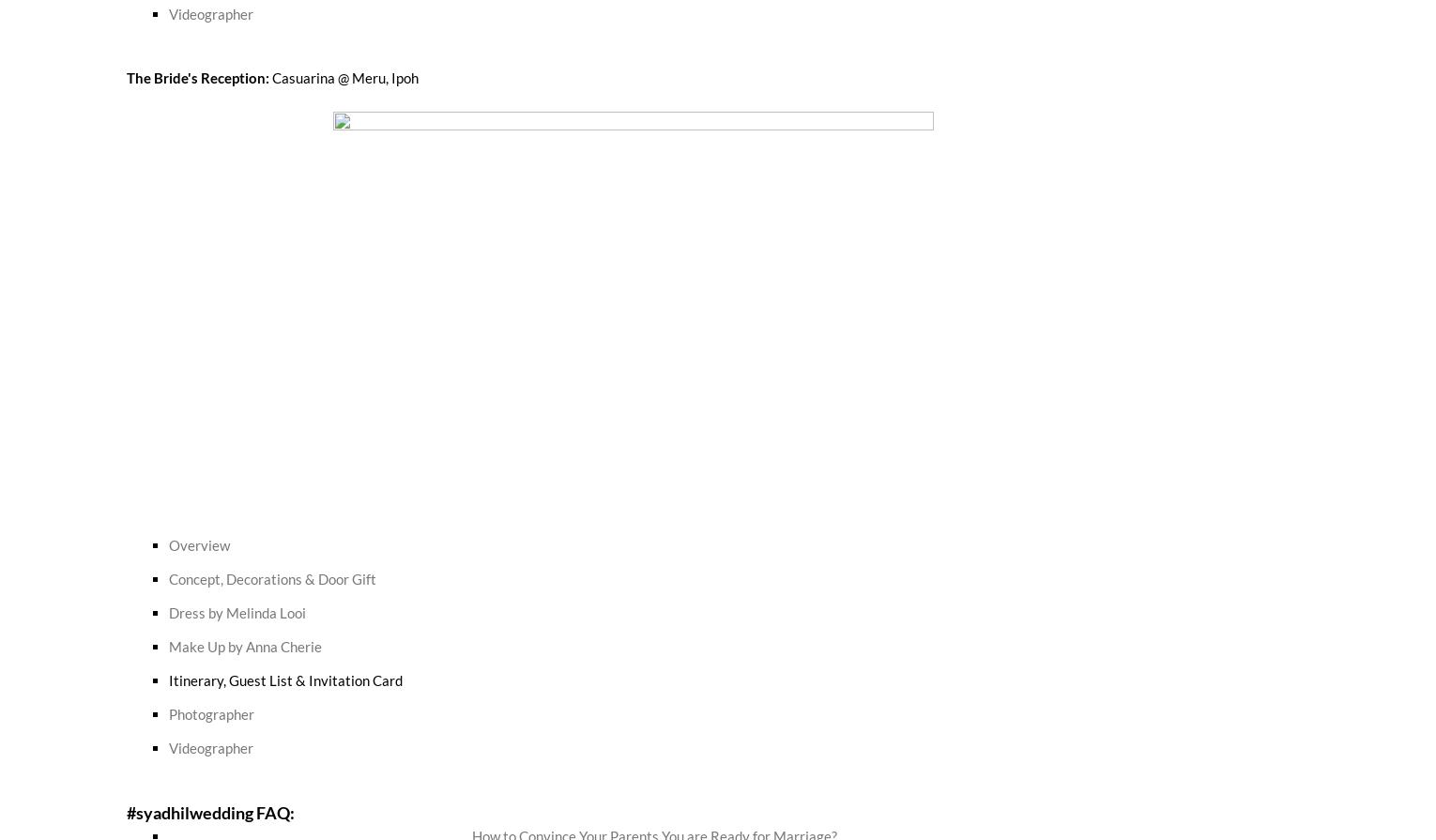  I want to click on 'Casuarina @ Meru, Ipoh', so click(344, 76).